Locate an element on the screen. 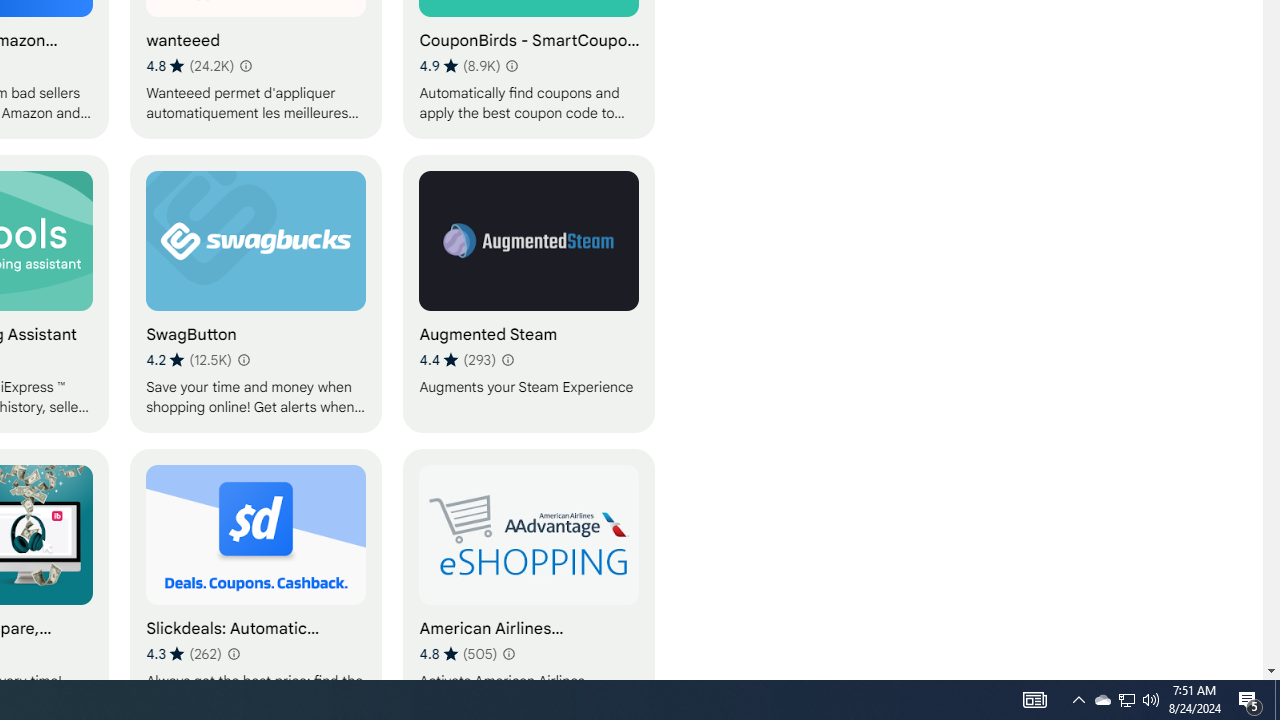  'SwagButton' is located at coordinates (255, 293).